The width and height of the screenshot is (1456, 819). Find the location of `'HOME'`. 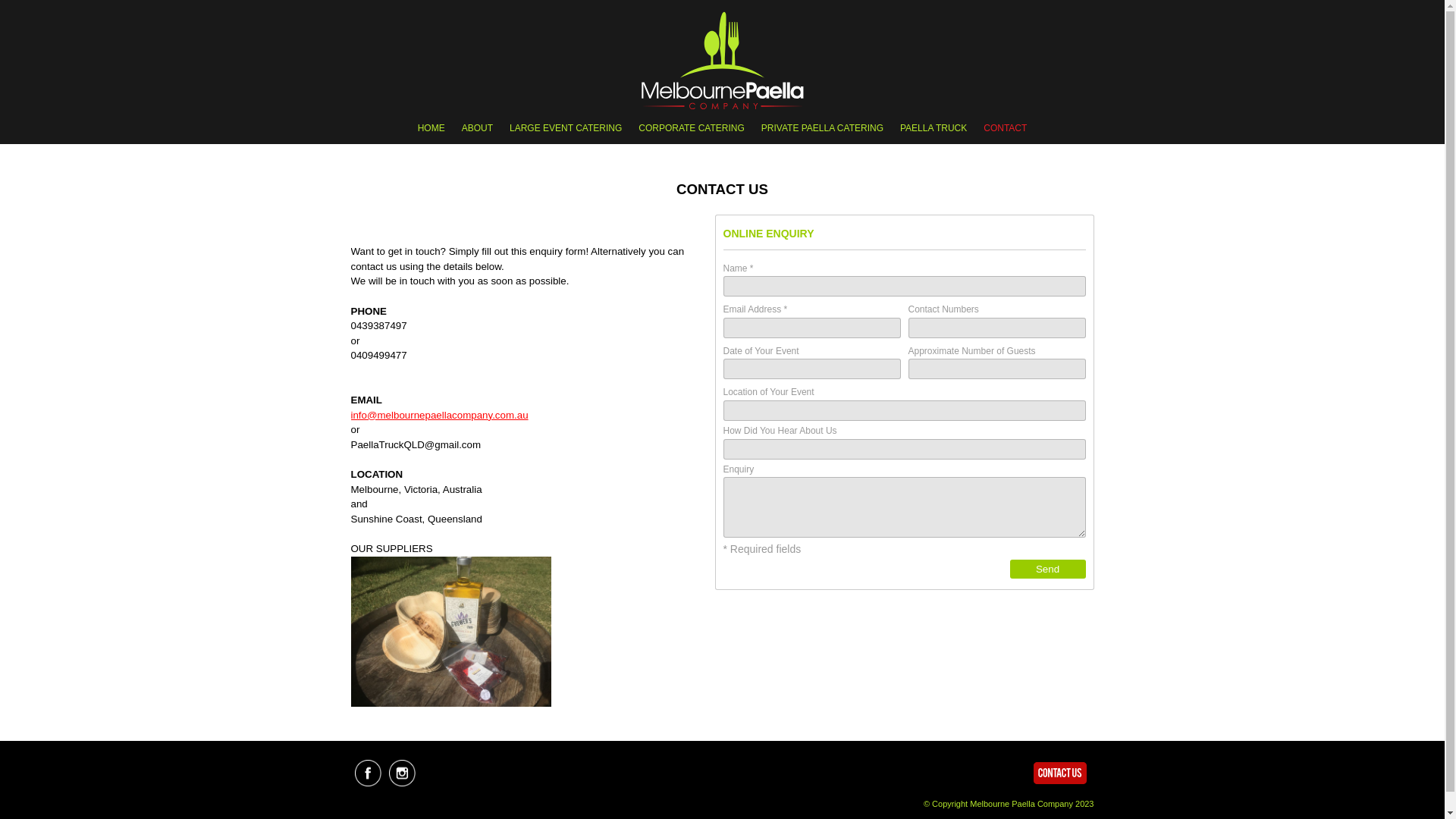

'HOME' is located at coordinates (431, 127).